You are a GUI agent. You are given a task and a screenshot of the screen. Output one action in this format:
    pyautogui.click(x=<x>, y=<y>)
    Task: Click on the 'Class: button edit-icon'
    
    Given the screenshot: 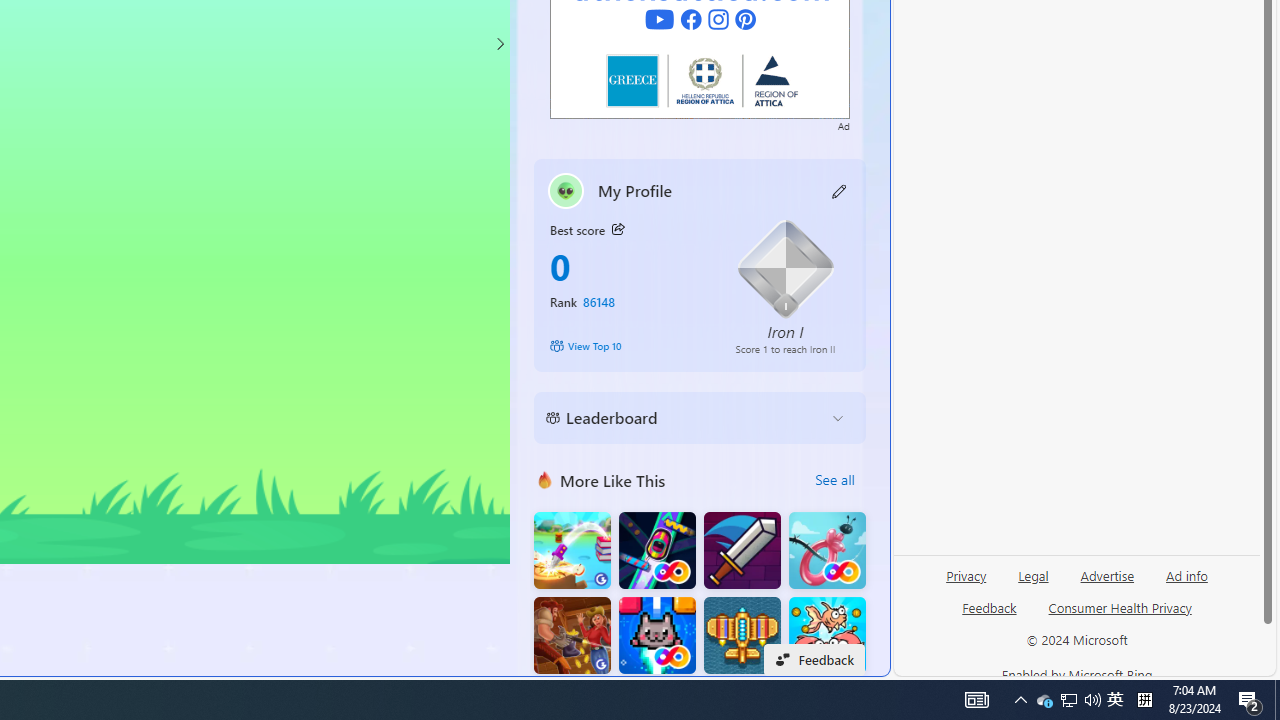 What is the action you would take?
    pyautogui.click(x=839, y=190)
    